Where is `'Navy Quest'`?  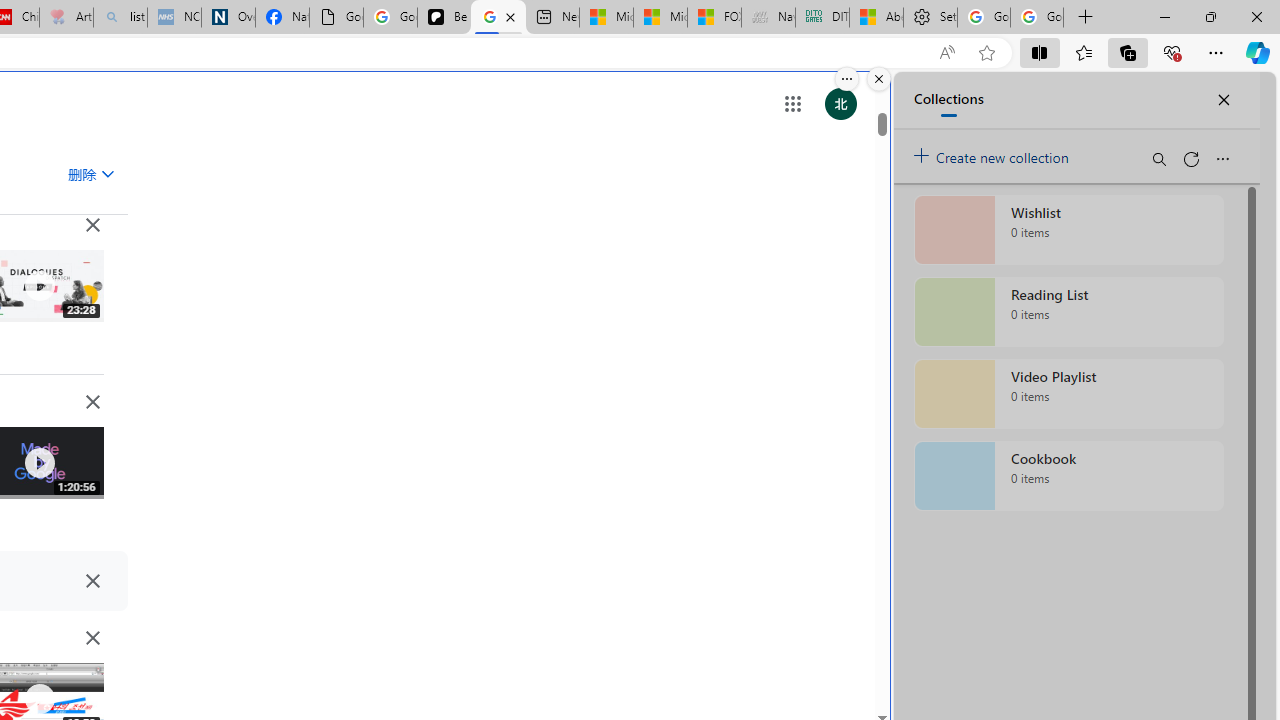
'Navy Quest' is located at coordinates (767, 17).